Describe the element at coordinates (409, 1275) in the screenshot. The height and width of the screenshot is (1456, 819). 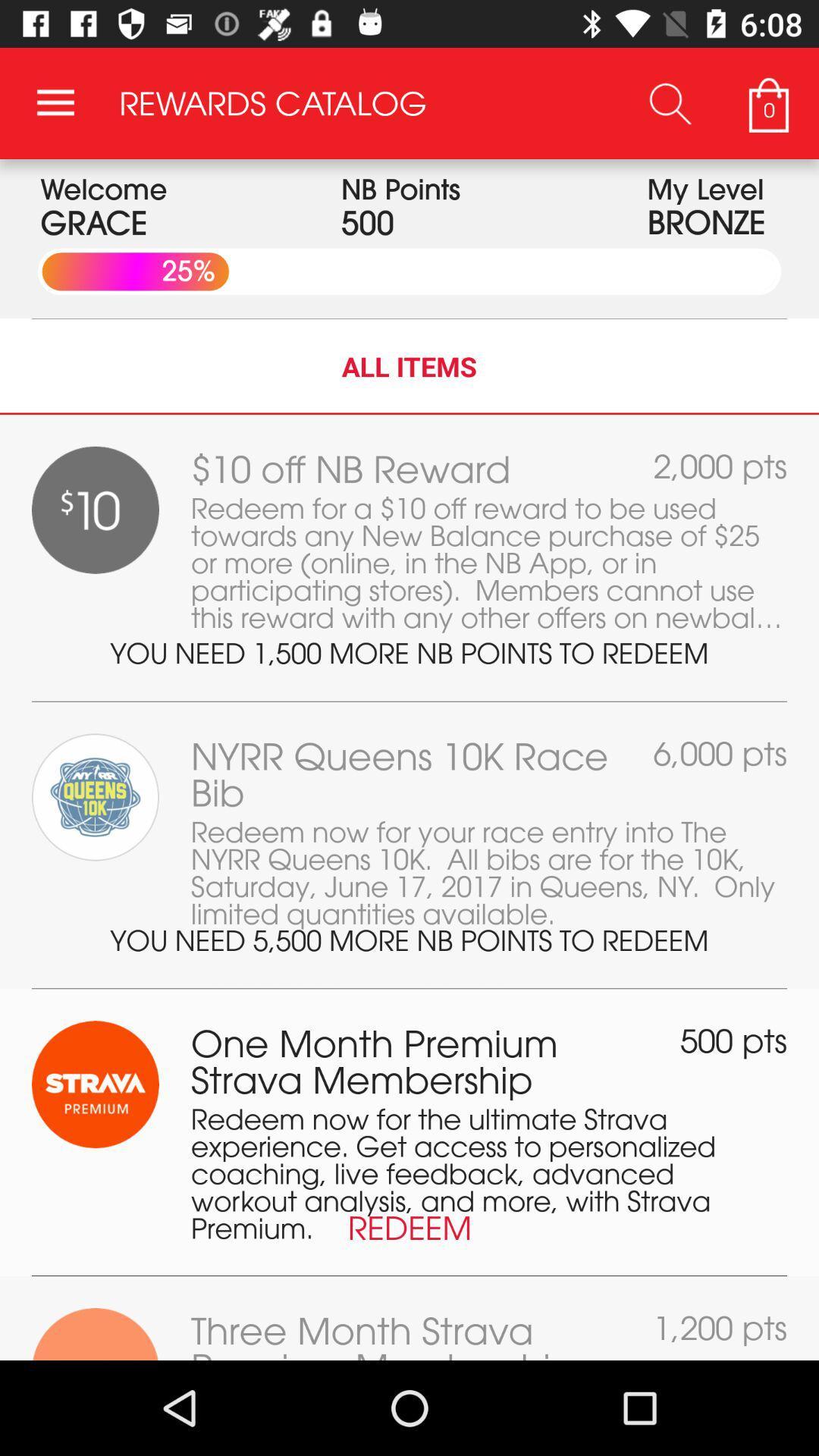
I see `item below redeem icon` at that location.